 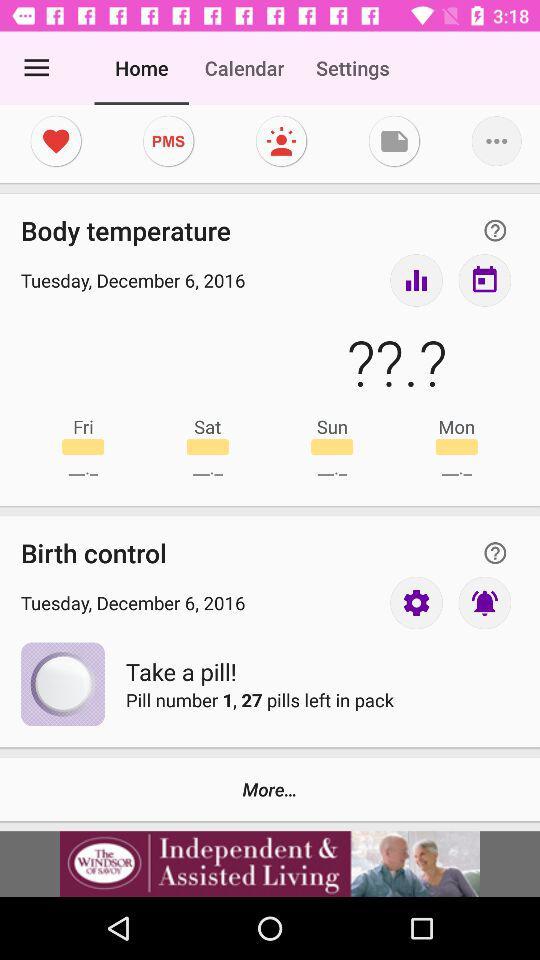 I want to click on screen page, so click(x=280, y=140).